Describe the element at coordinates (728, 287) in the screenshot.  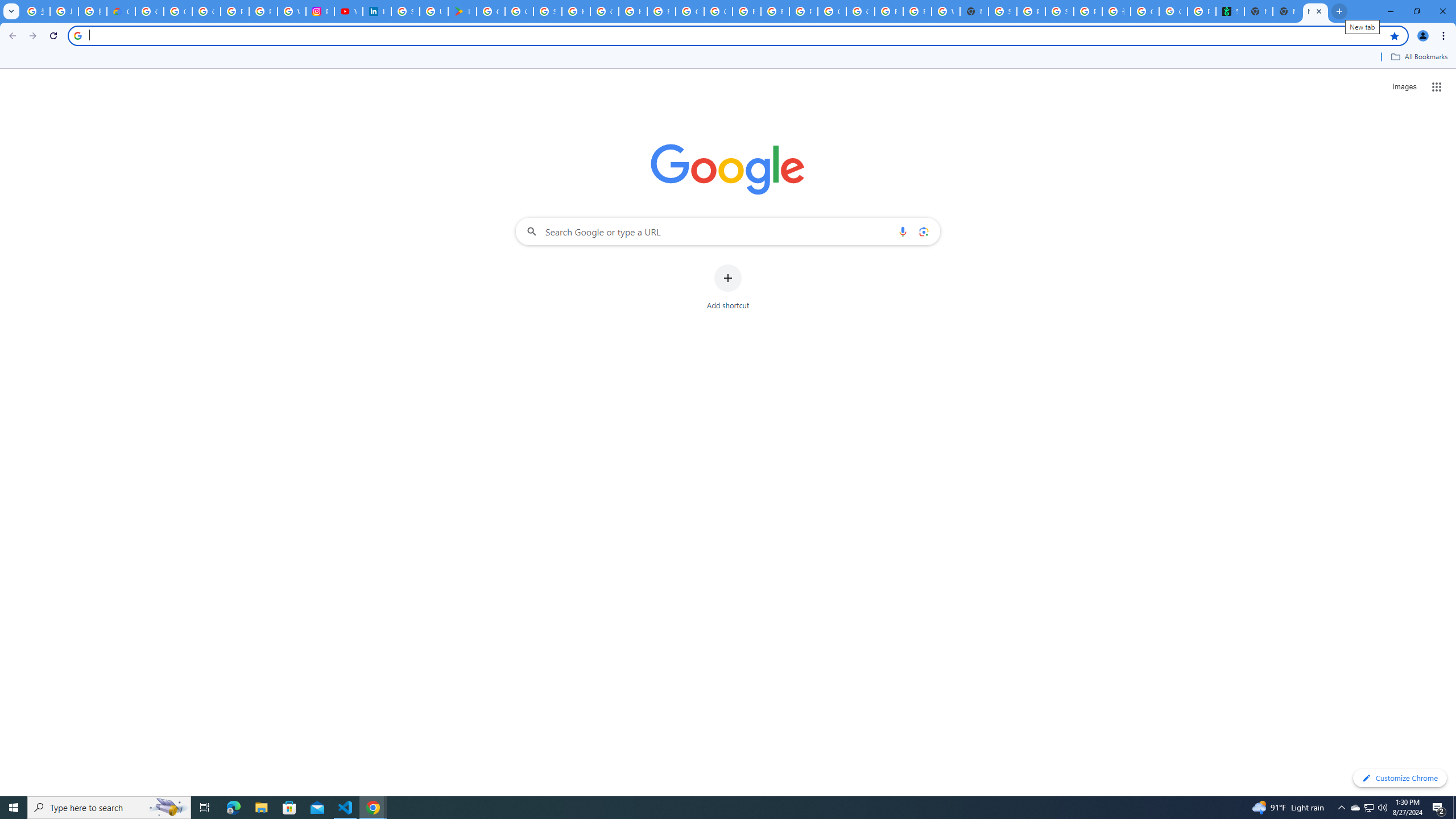
I see `'Add shortcut'` at that location.